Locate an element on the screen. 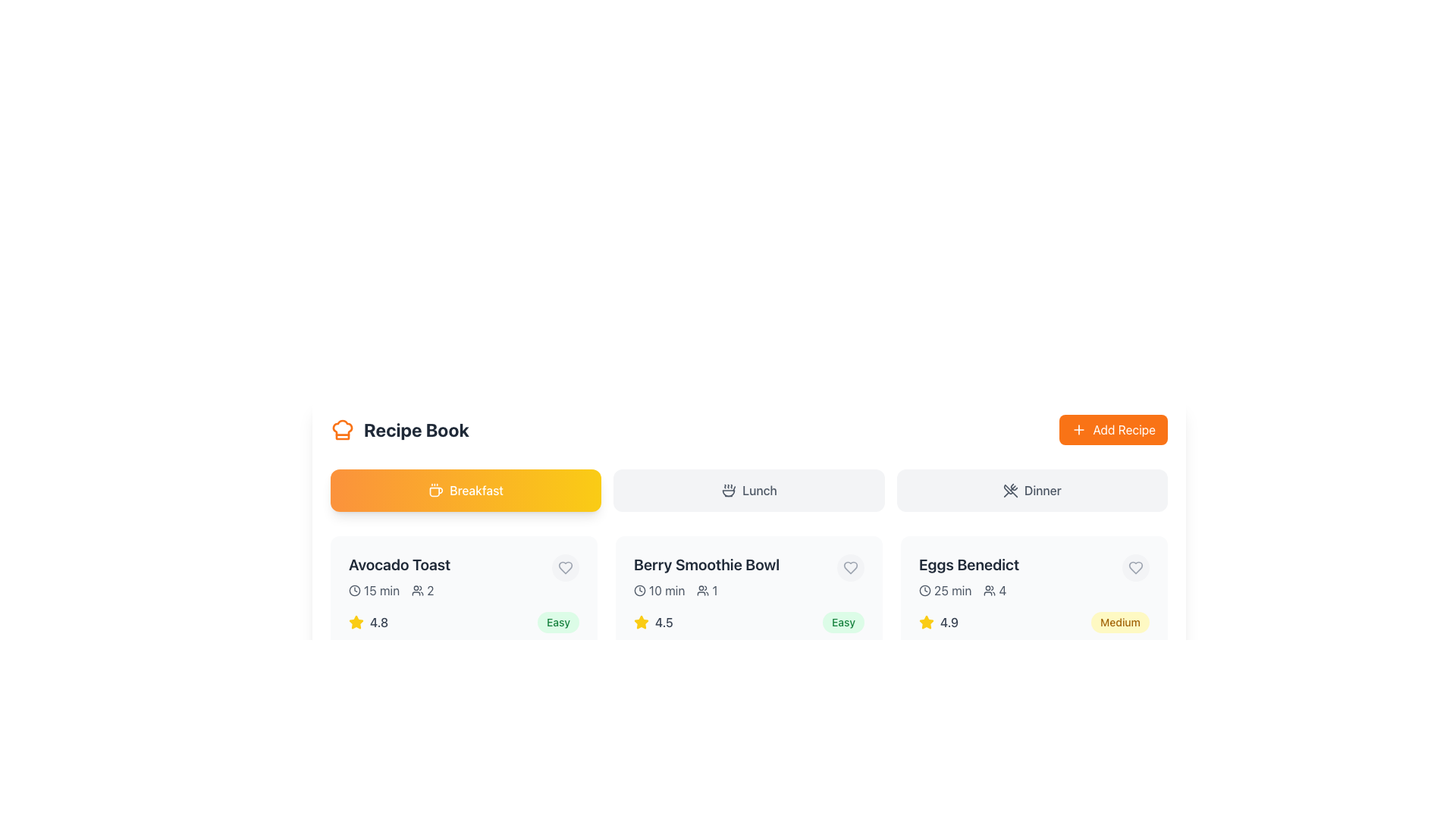 This screenshot has width=1456, height=819. the rounded rectangular button with a light gray background labeled 'Lunch' is located at coordinates (749, 491).